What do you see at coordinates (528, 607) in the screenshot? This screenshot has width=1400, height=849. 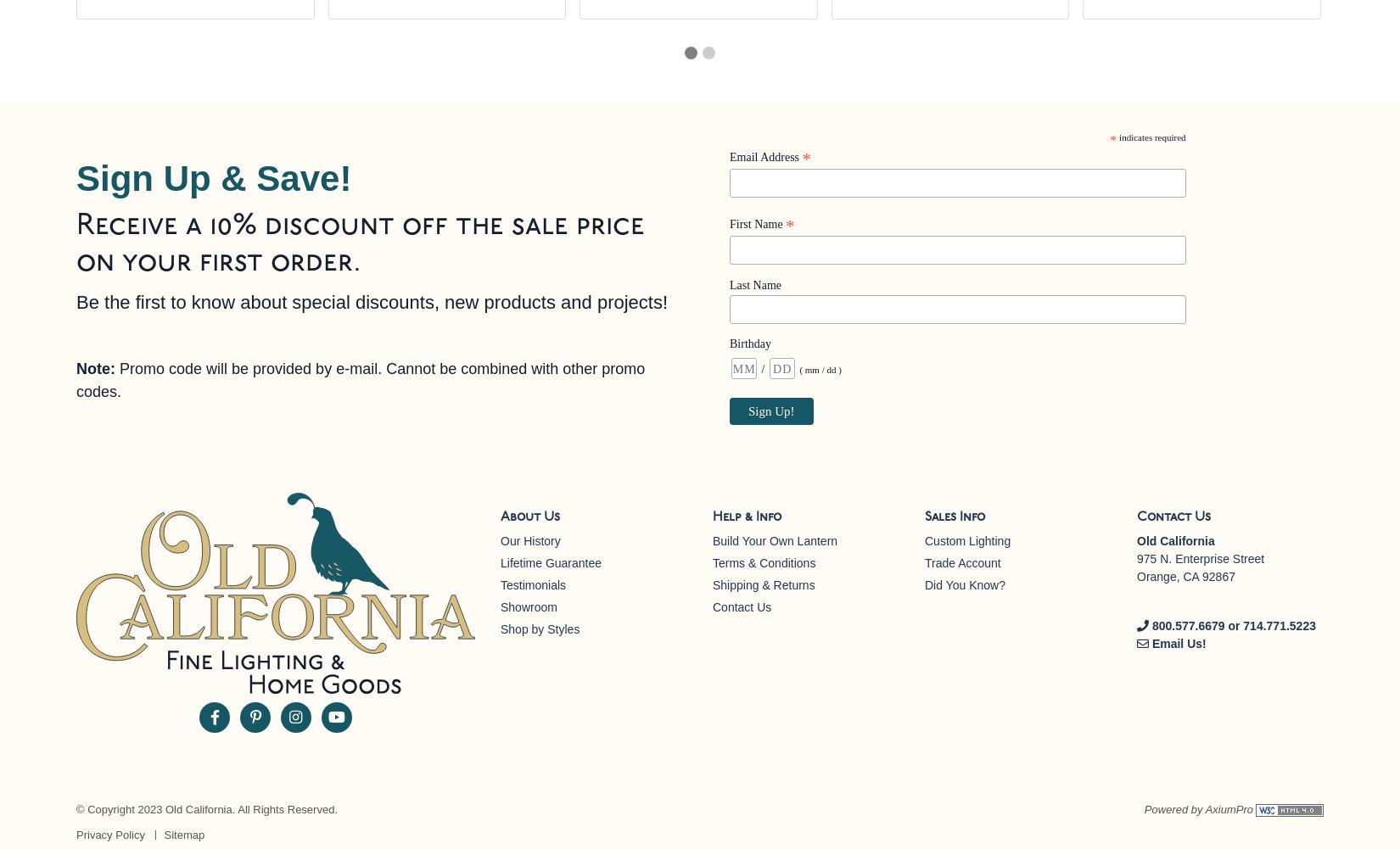 I see `'Showroom'` at bounding box center [528, 607].